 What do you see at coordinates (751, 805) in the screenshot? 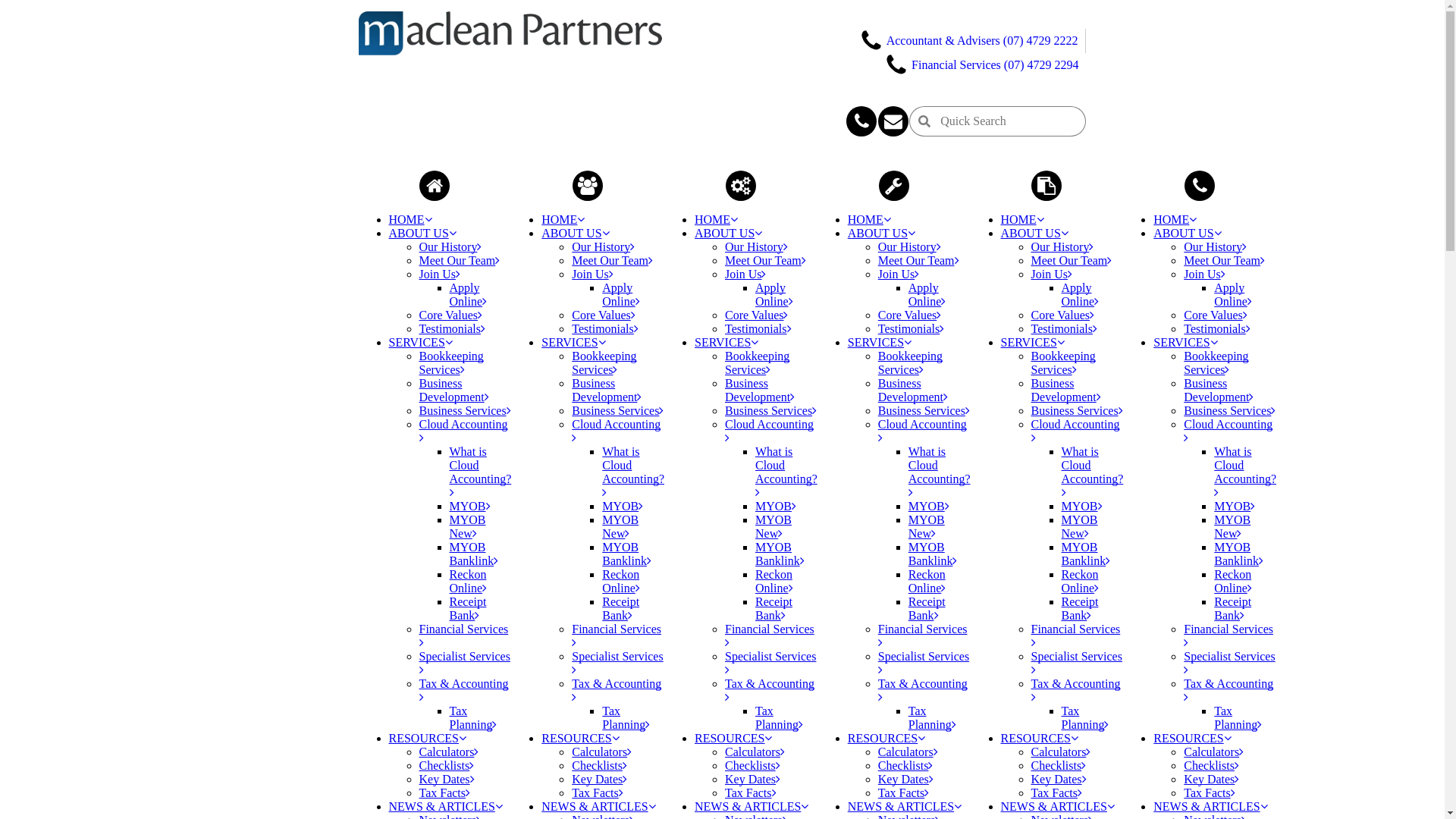
I see `'NEWS & ARTICLES'` at bounding box center [751, 805].